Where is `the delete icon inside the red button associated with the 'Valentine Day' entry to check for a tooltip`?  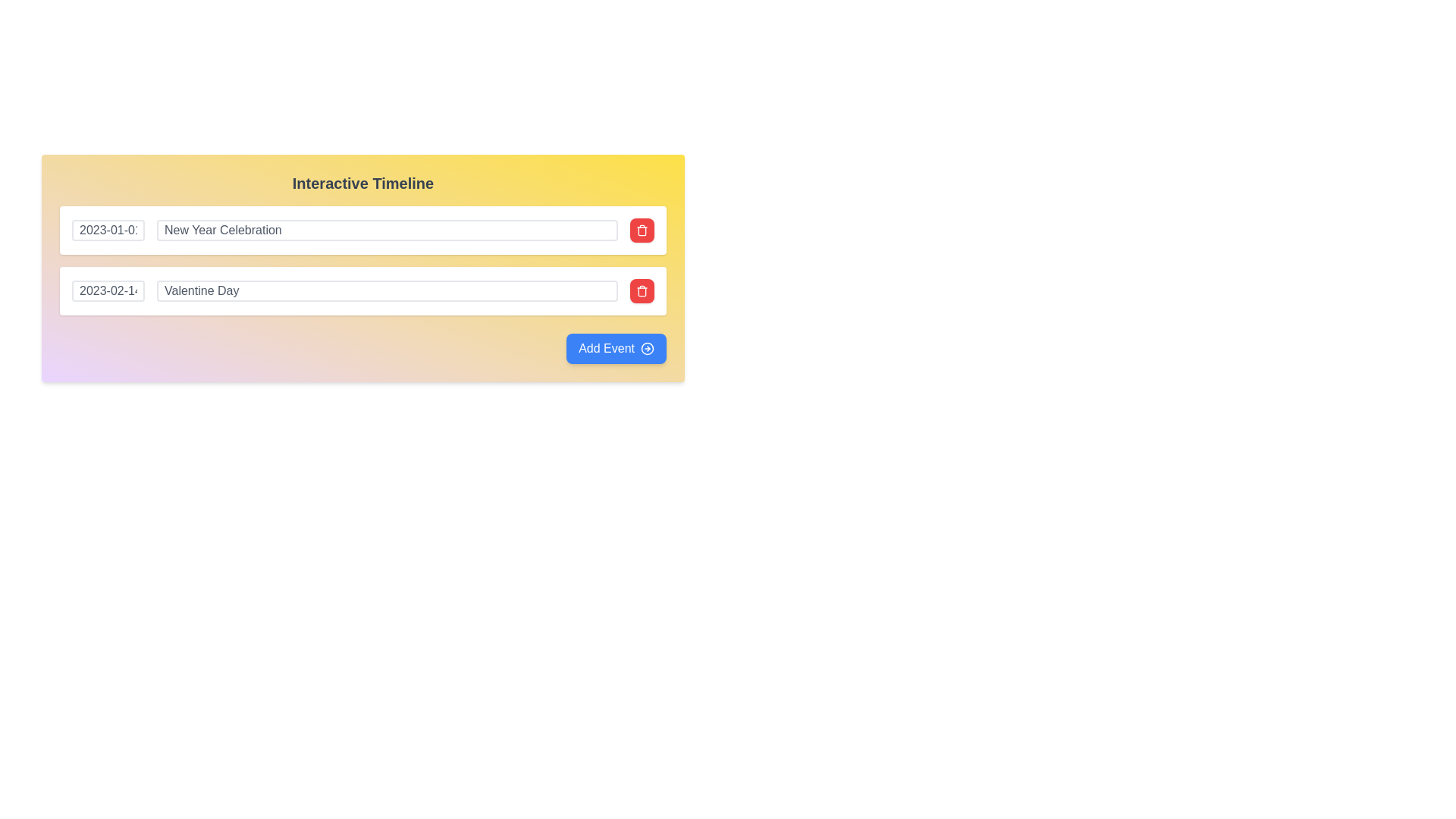 the delete icon inside the red button associated with the 'Valentine Day' entry to check for a tooltip is located at coordinates (642, 291).